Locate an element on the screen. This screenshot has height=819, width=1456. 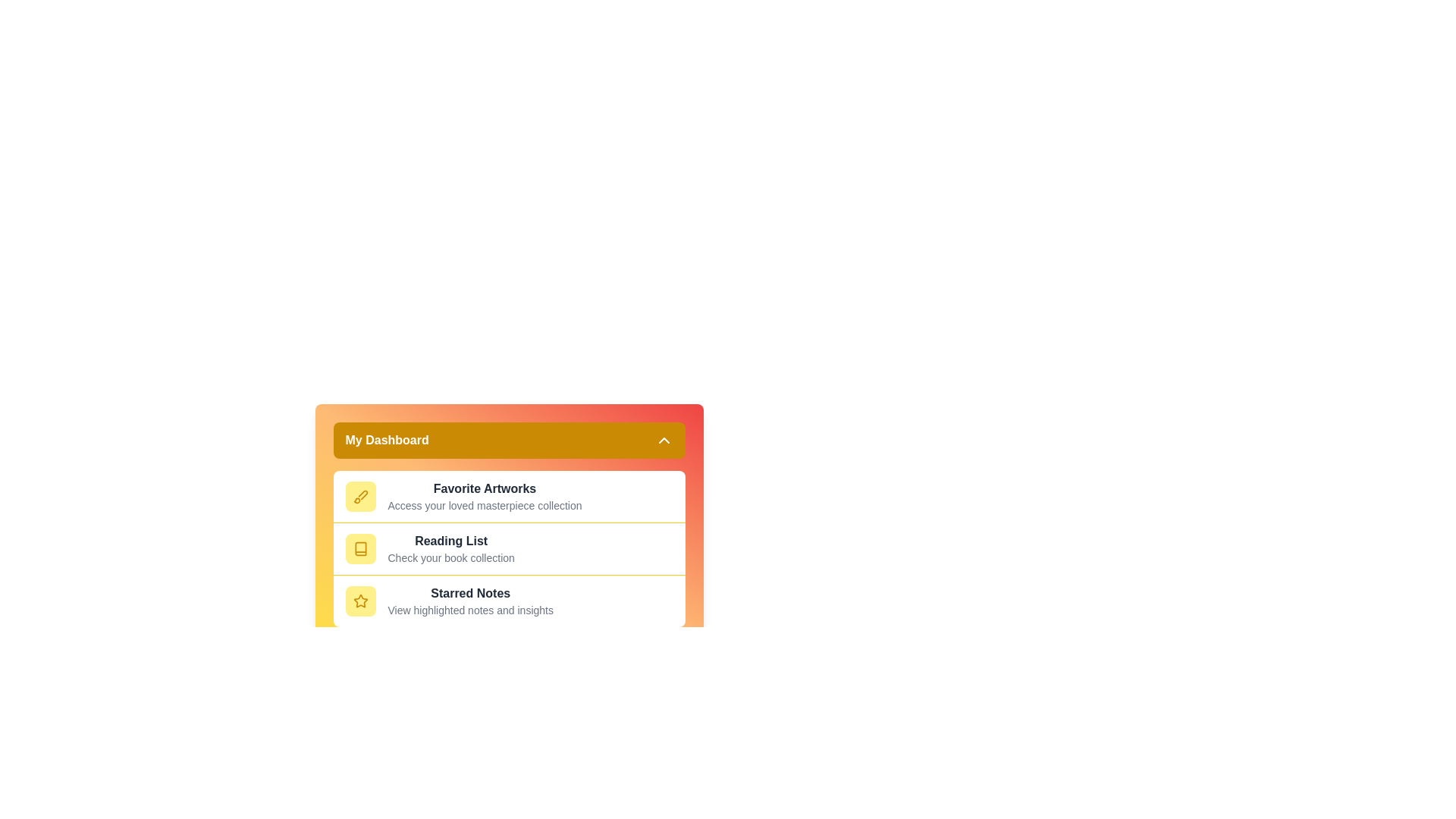
the upward-pointing triangular icon at the far-right corner of the 'My Dashboard' header is located at coordinates (664, 441).